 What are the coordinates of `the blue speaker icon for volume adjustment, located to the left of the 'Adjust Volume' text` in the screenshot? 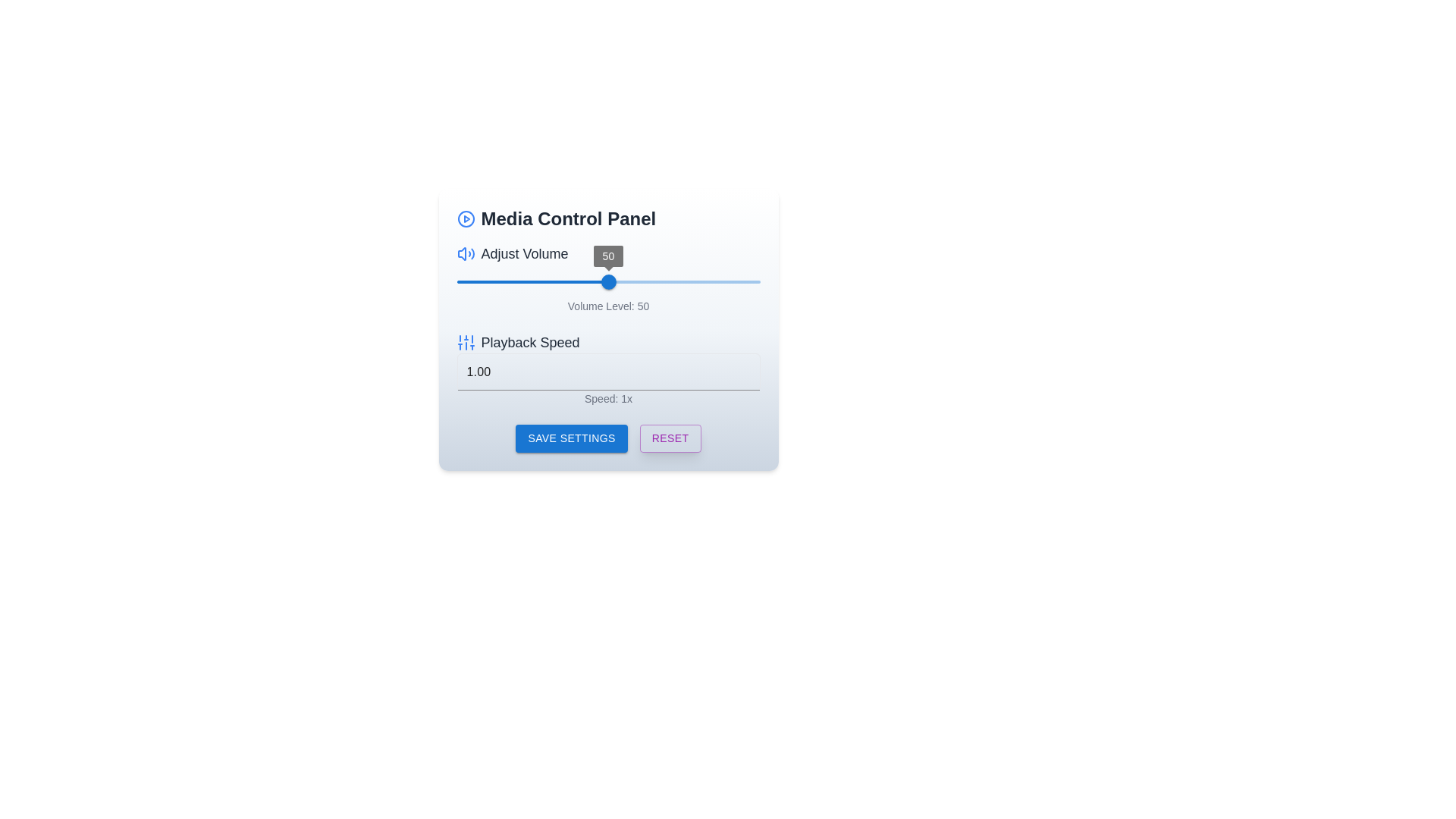 It's located at (465, 253).